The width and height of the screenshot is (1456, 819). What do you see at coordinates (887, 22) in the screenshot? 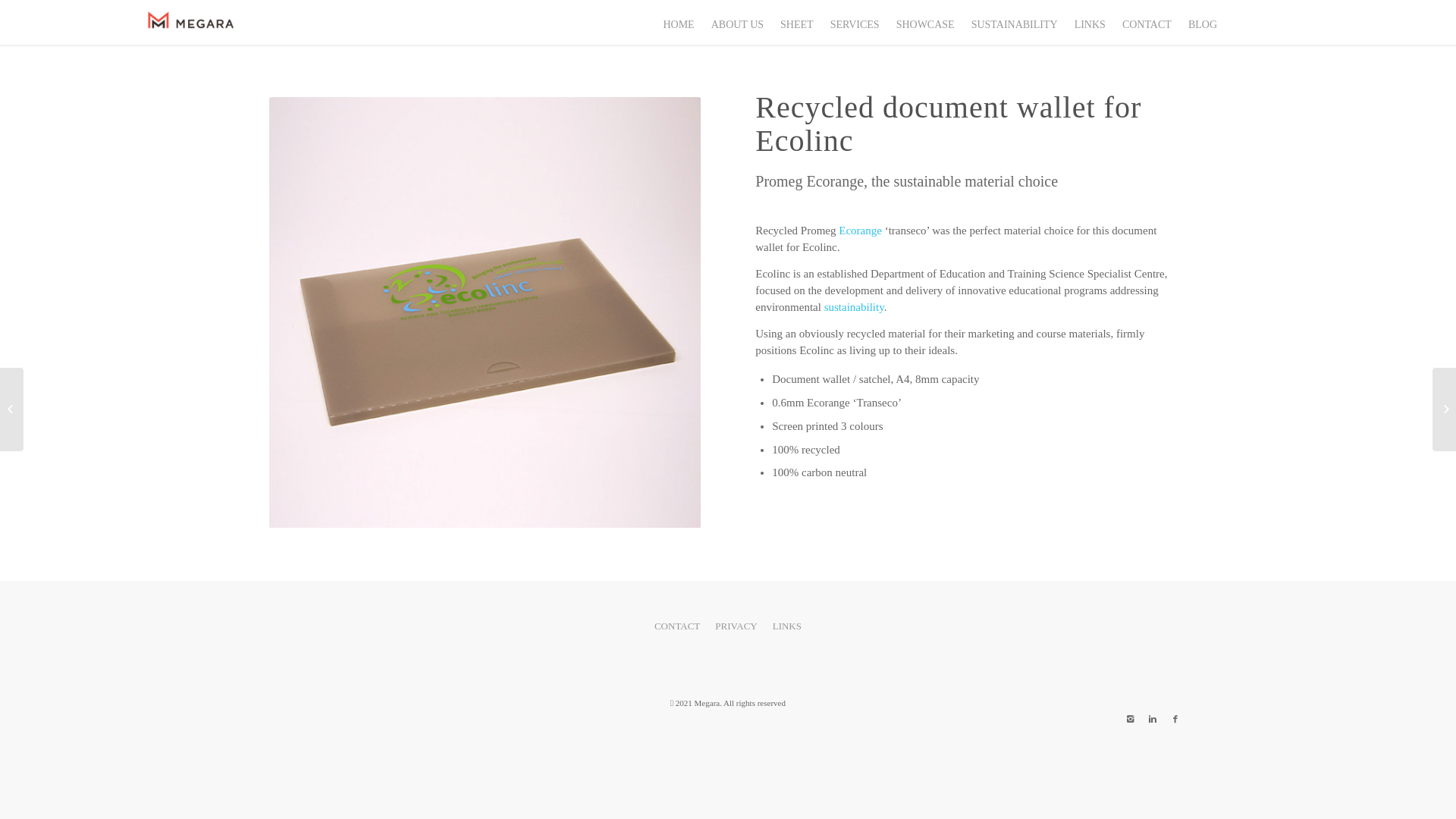
I see `'SHOWCASE'` at bounding box center [887, 22].